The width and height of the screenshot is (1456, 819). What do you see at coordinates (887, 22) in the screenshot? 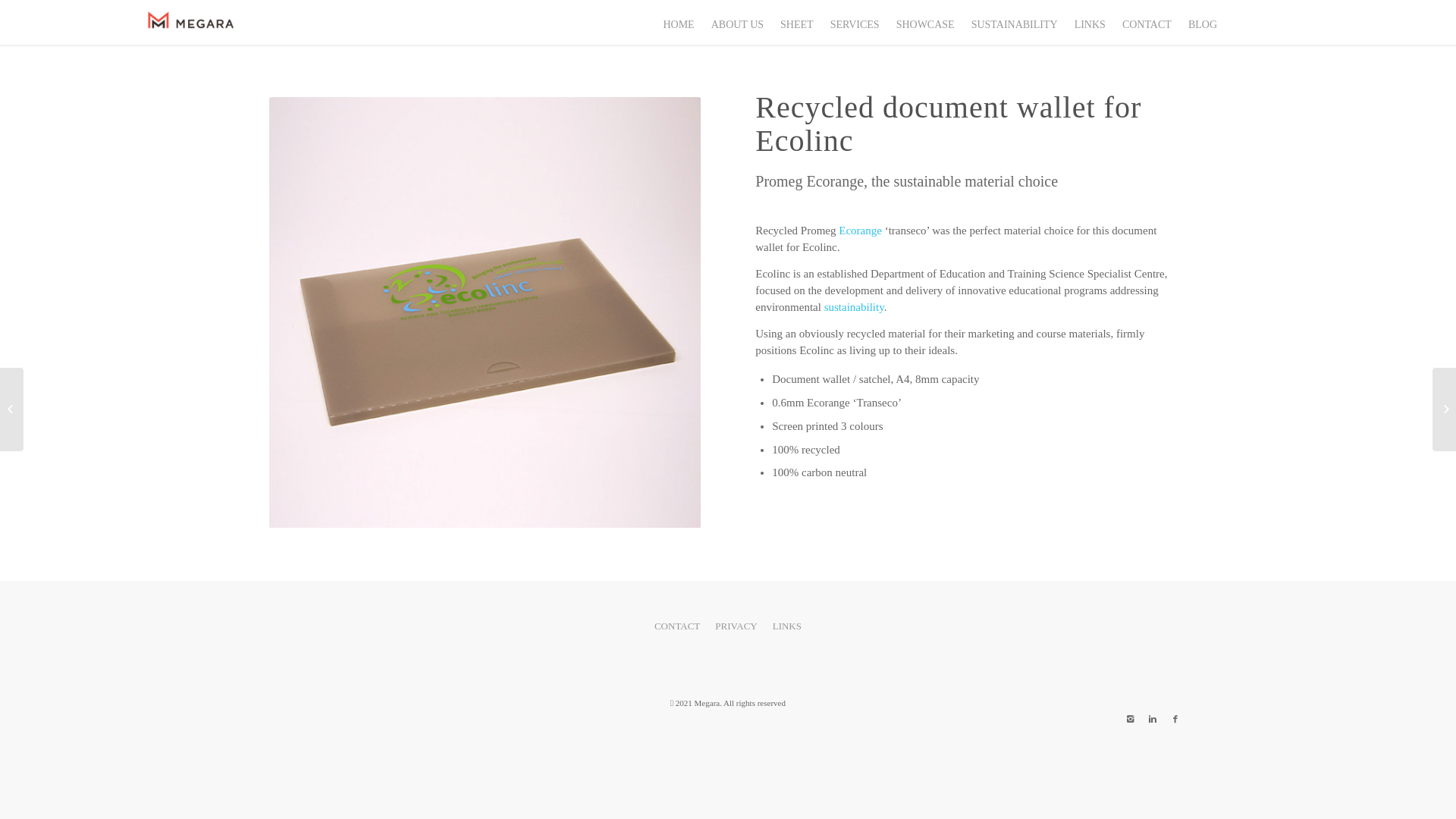
I see `'SHOWCASE'` at bounding box center [887, 22].